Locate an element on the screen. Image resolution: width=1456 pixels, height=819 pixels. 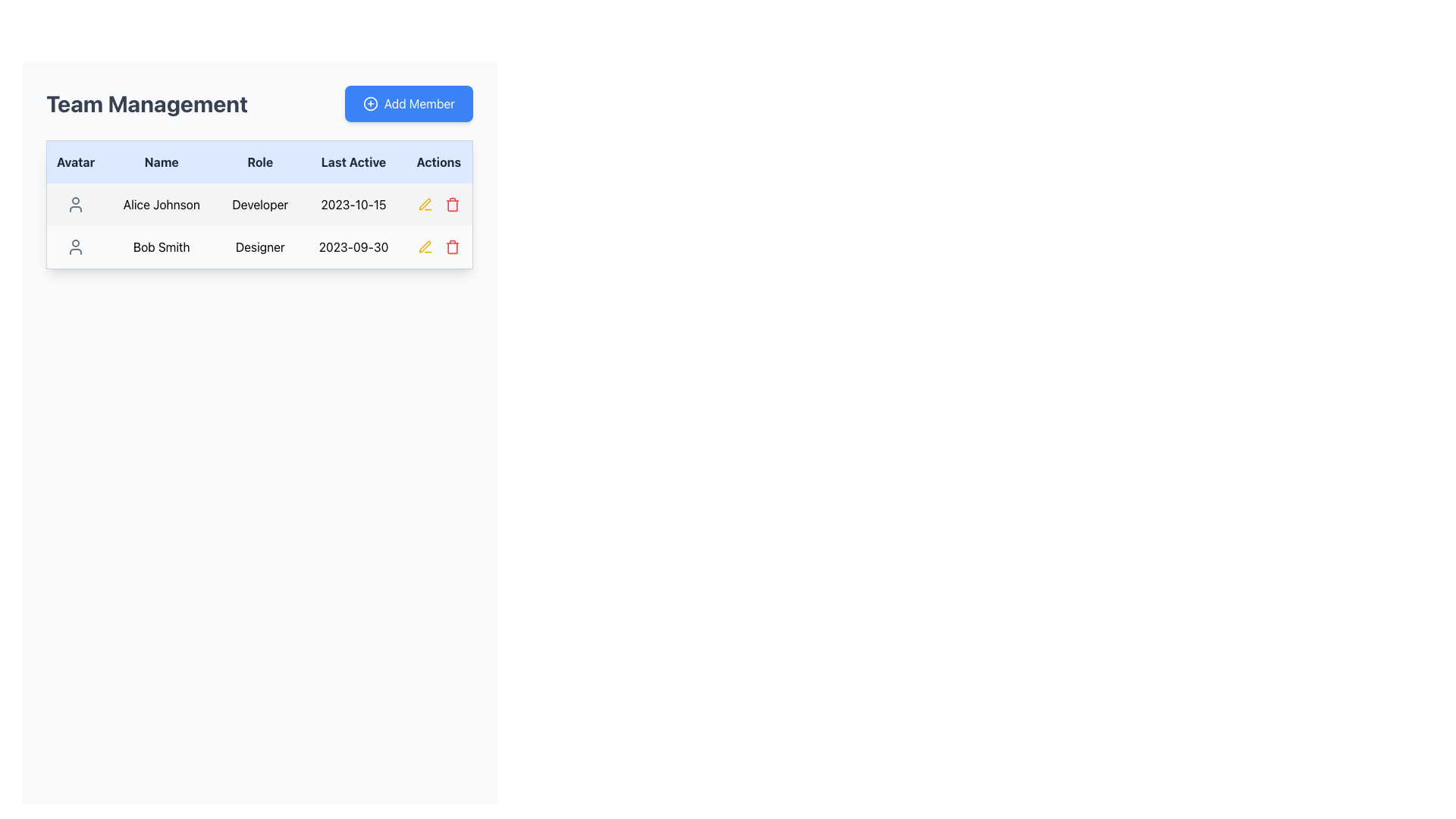
the Text Display element that shows the last active date of the user, which is located in the fourth column of the first row of the table is located at coordinates (353, 205).